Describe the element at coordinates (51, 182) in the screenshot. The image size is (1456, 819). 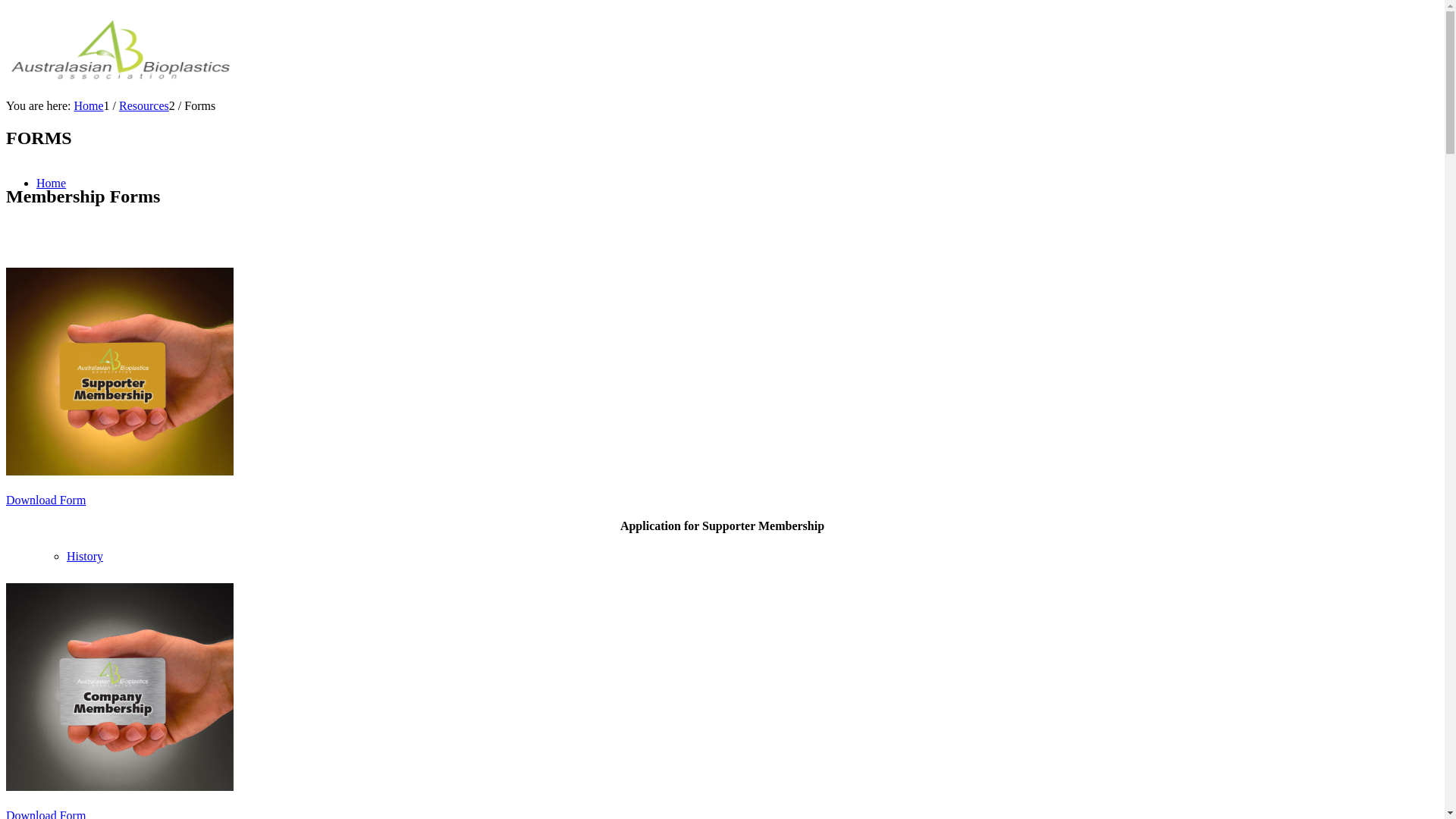
I see `'Home'` at that location.